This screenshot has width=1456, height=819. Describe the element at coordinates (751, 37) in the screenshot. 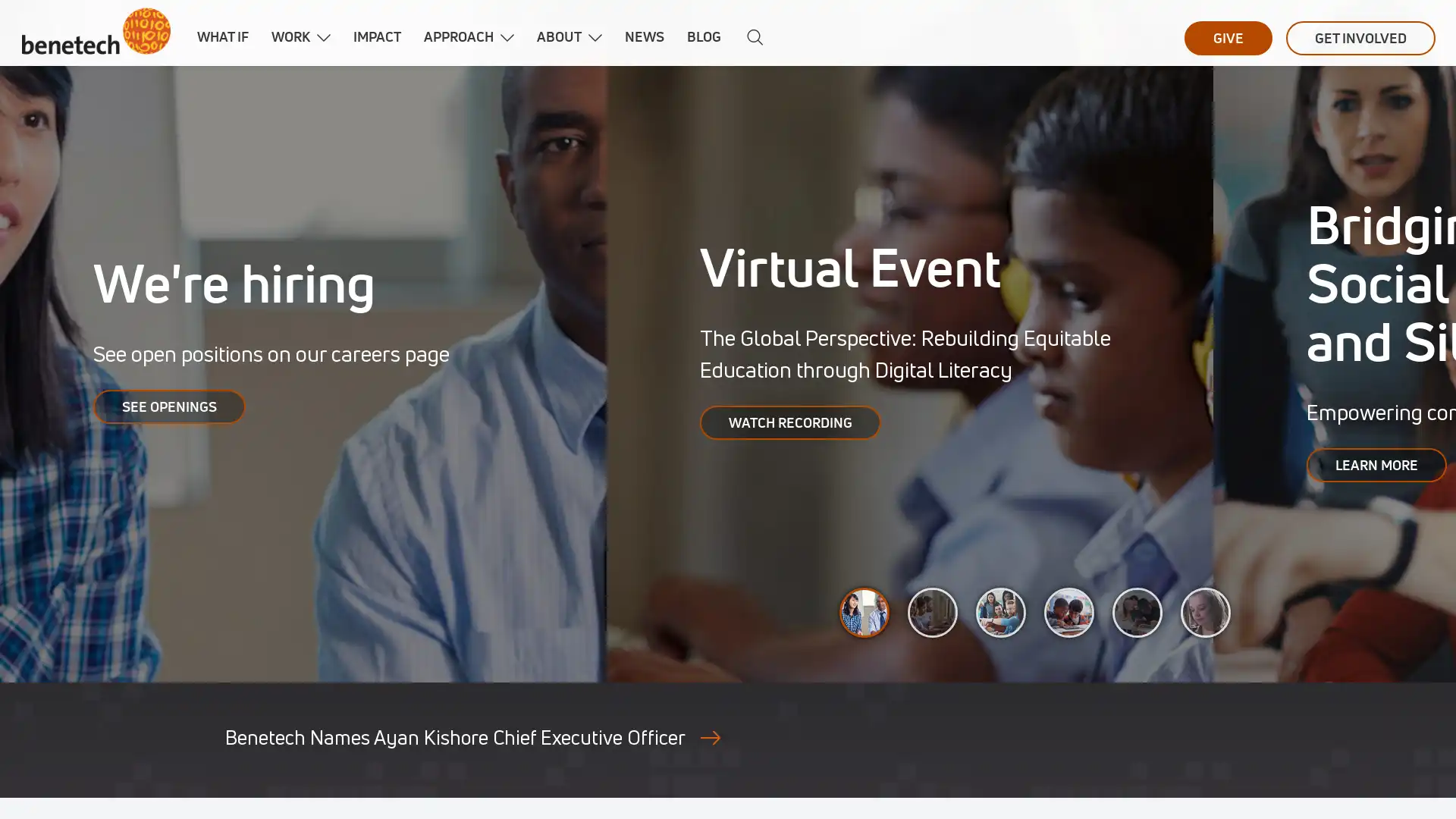

I see `Search` at that location.